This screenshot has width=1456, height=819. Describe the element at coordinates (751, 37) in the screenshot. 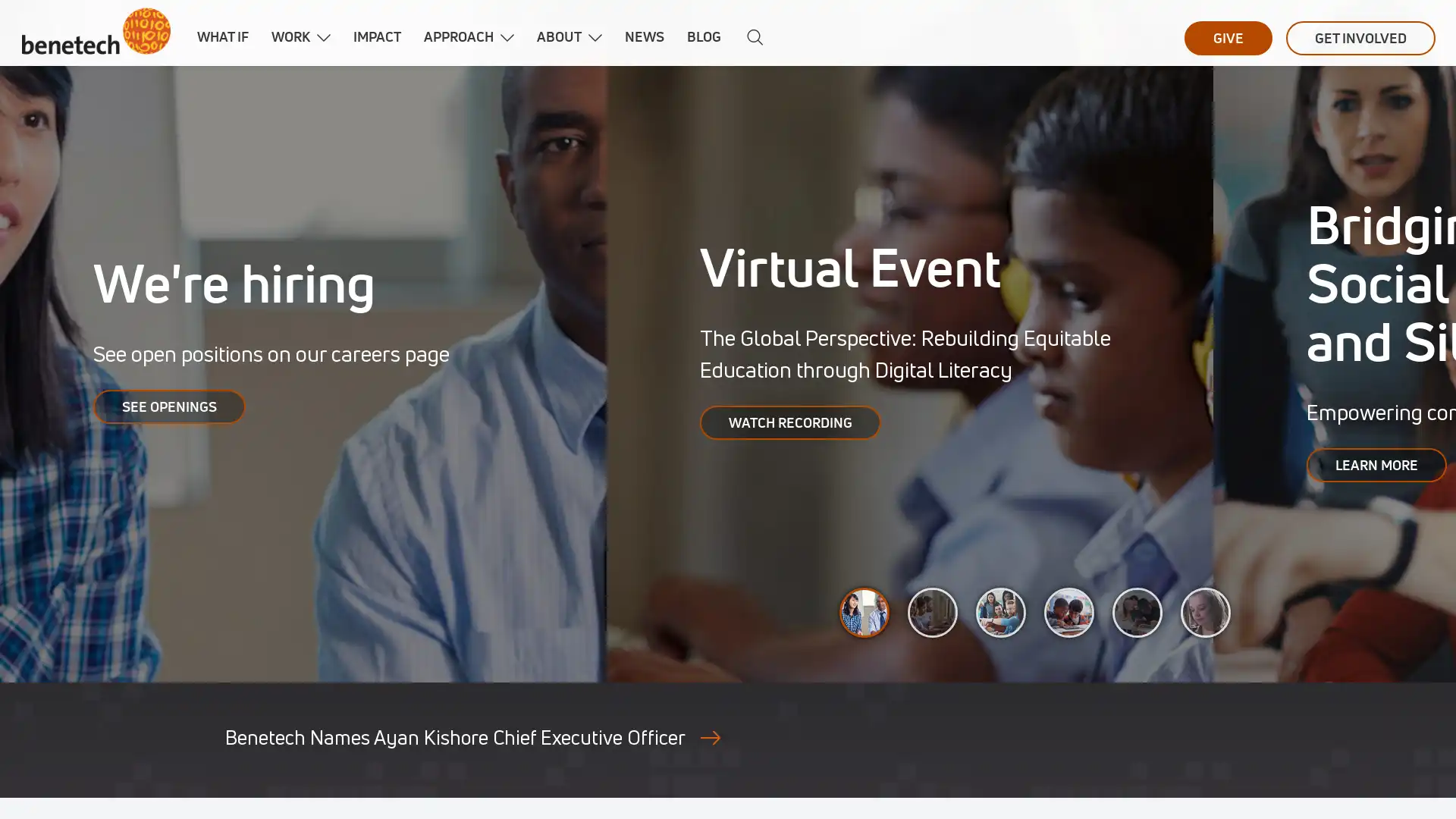

I see `Search` at that location.